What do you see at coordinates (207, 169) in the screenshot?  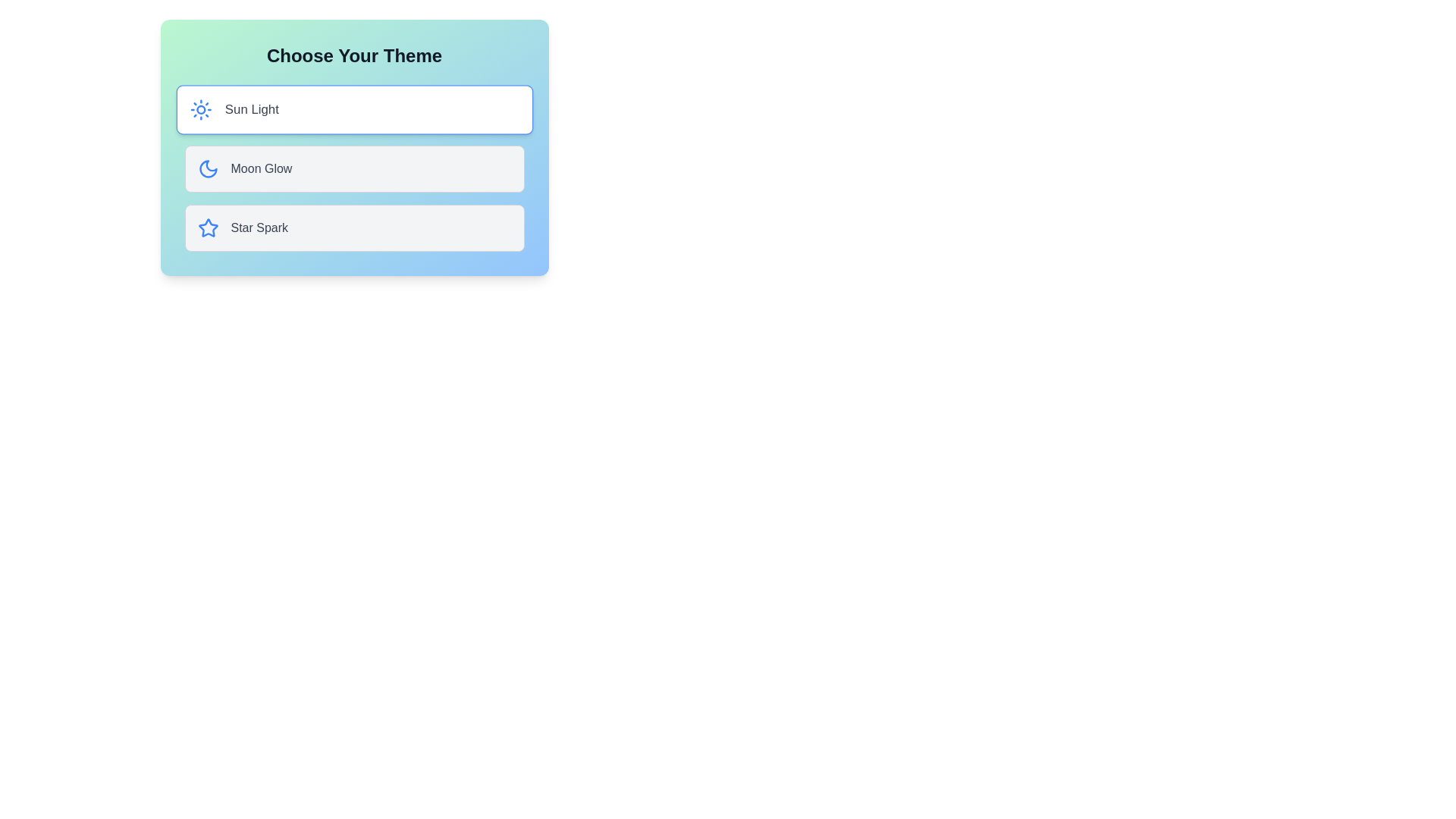 I see `the 'Moon Glow' theme option icon, which is located at the left end of the button labeled 'Moon Glow' in the vertically stacked list under 'Choose Your Theme'` at bounding box center [207, 169].